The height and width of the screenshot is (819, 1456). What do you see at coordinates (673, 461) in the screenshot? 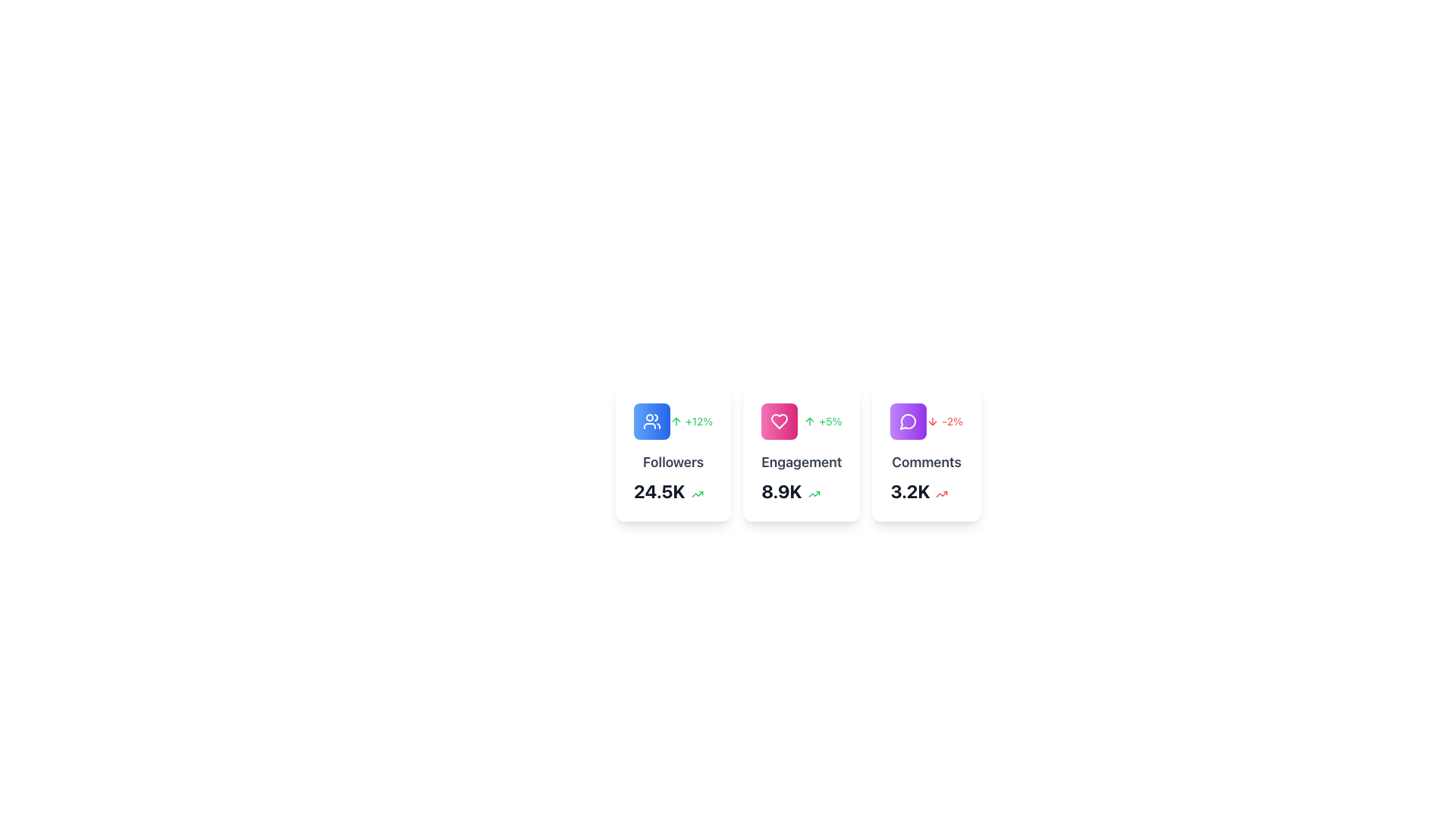
I see `the static text label indicating 'Followers' located in the middle portion of the first card, which is positioned beneath a blue icon and the text '+12%', and above the number '24.5K'` at bounding box center [673, 461].